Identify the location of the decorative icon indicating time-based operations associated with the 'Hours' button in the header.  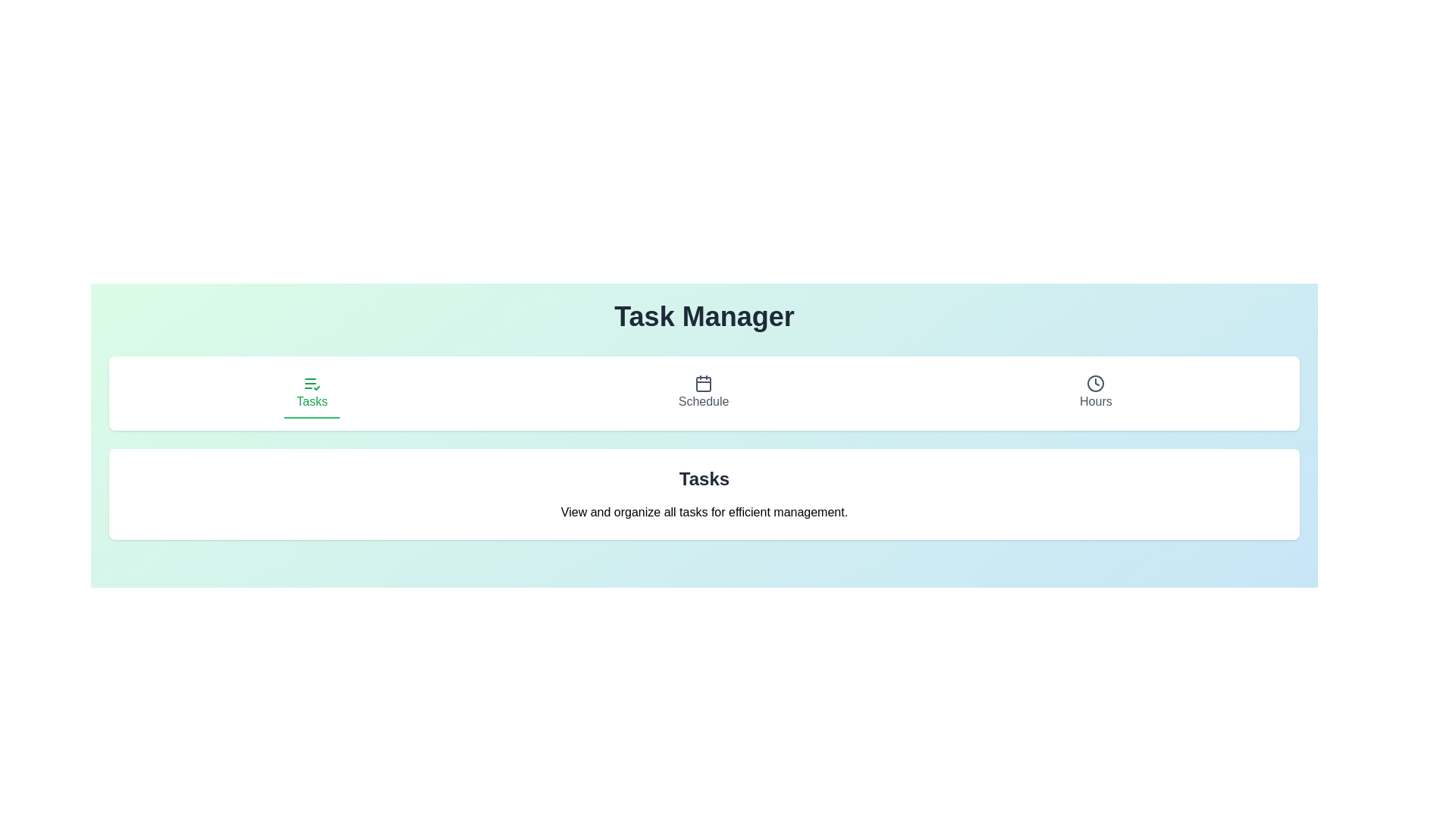
(1096, 382).